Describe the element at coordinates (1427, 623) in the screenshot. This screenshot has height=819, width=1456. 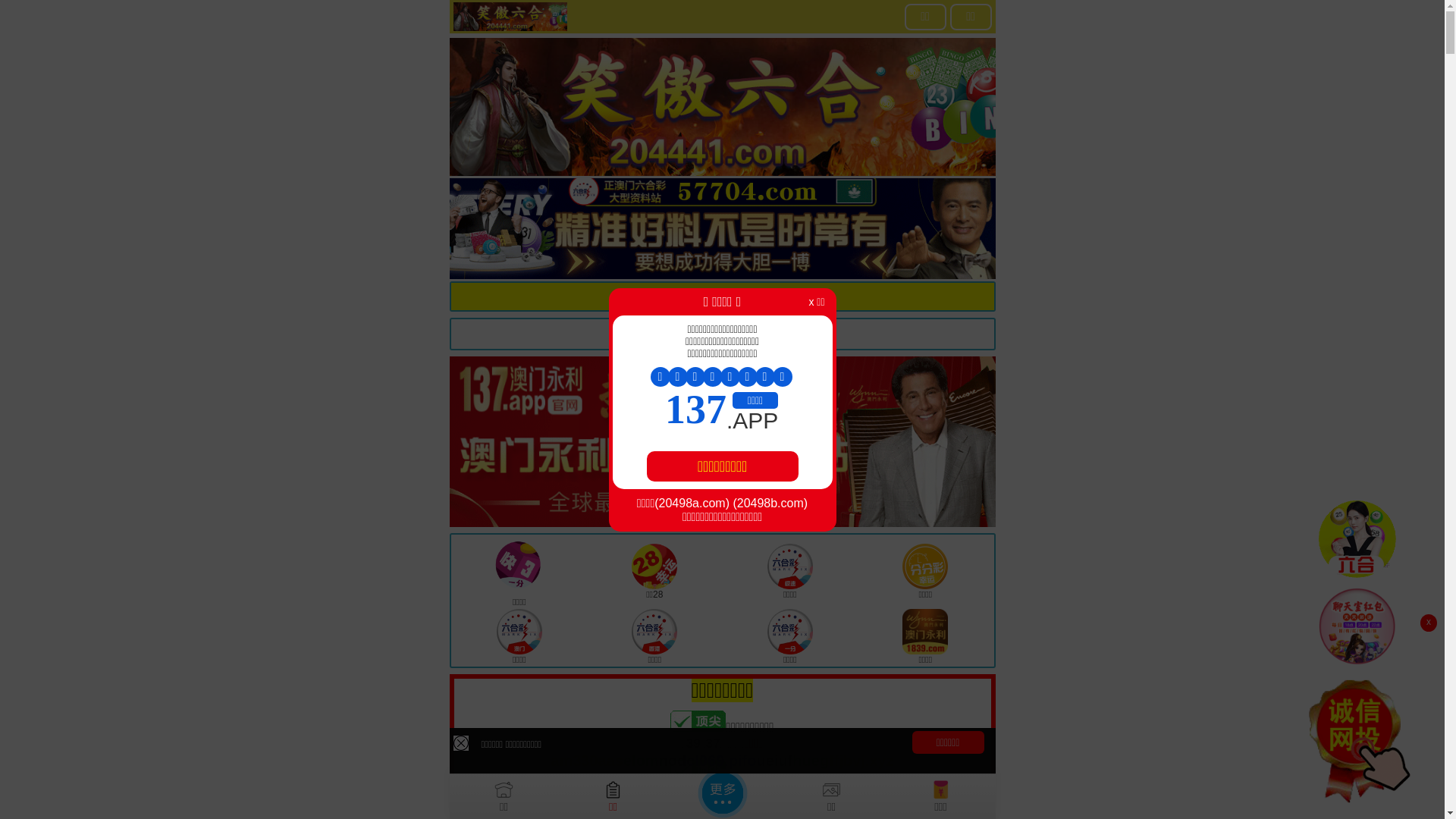
I see `'x'` at that location.